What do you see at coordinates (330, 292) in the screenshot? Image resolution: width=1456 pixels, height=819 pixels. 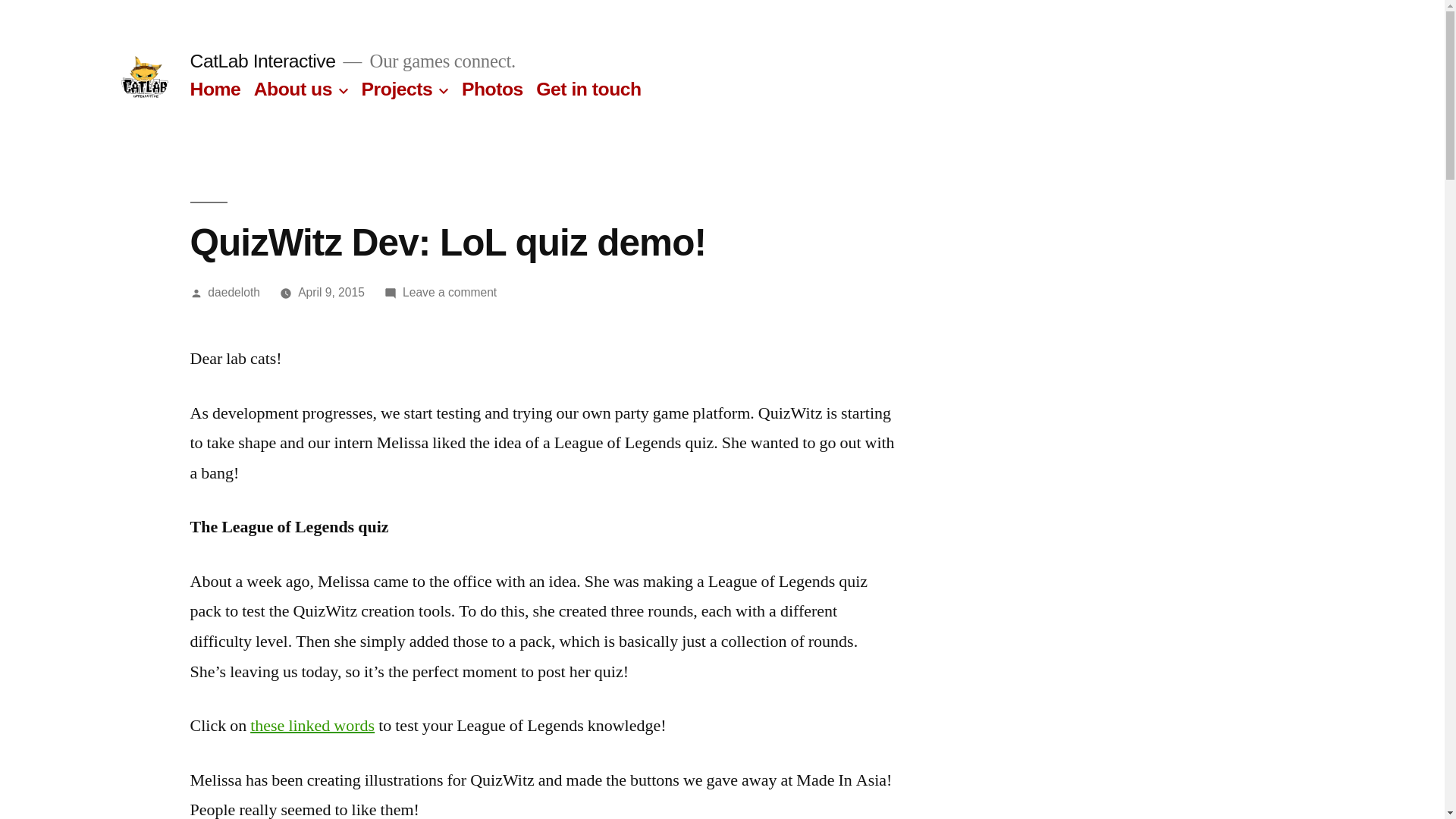 I see `'April 9, 2015'` at bounding box center [330, 292].